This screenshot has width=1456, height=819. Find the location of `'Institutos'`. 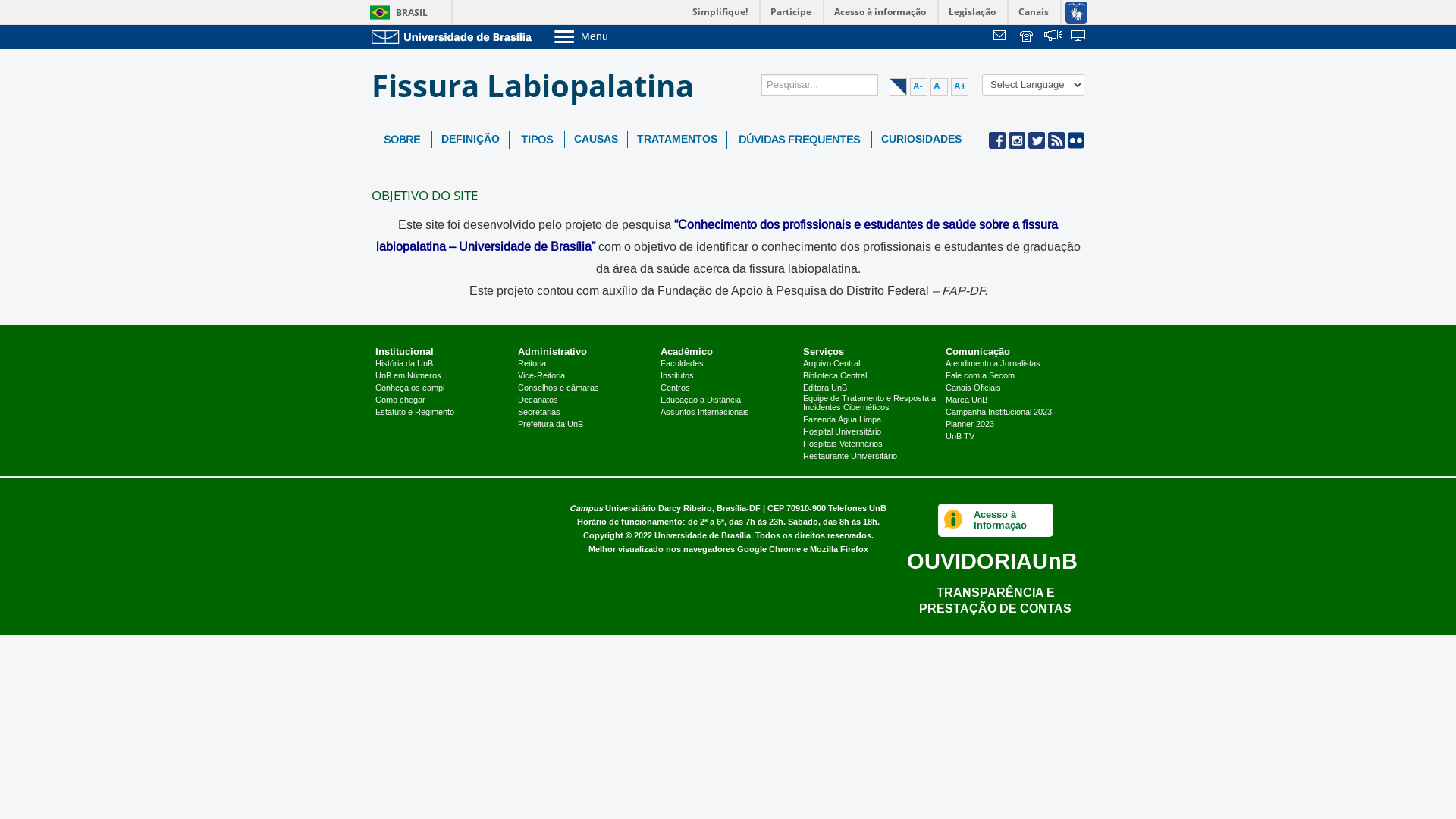

'Institutos' is located at coordinates (660, 375).